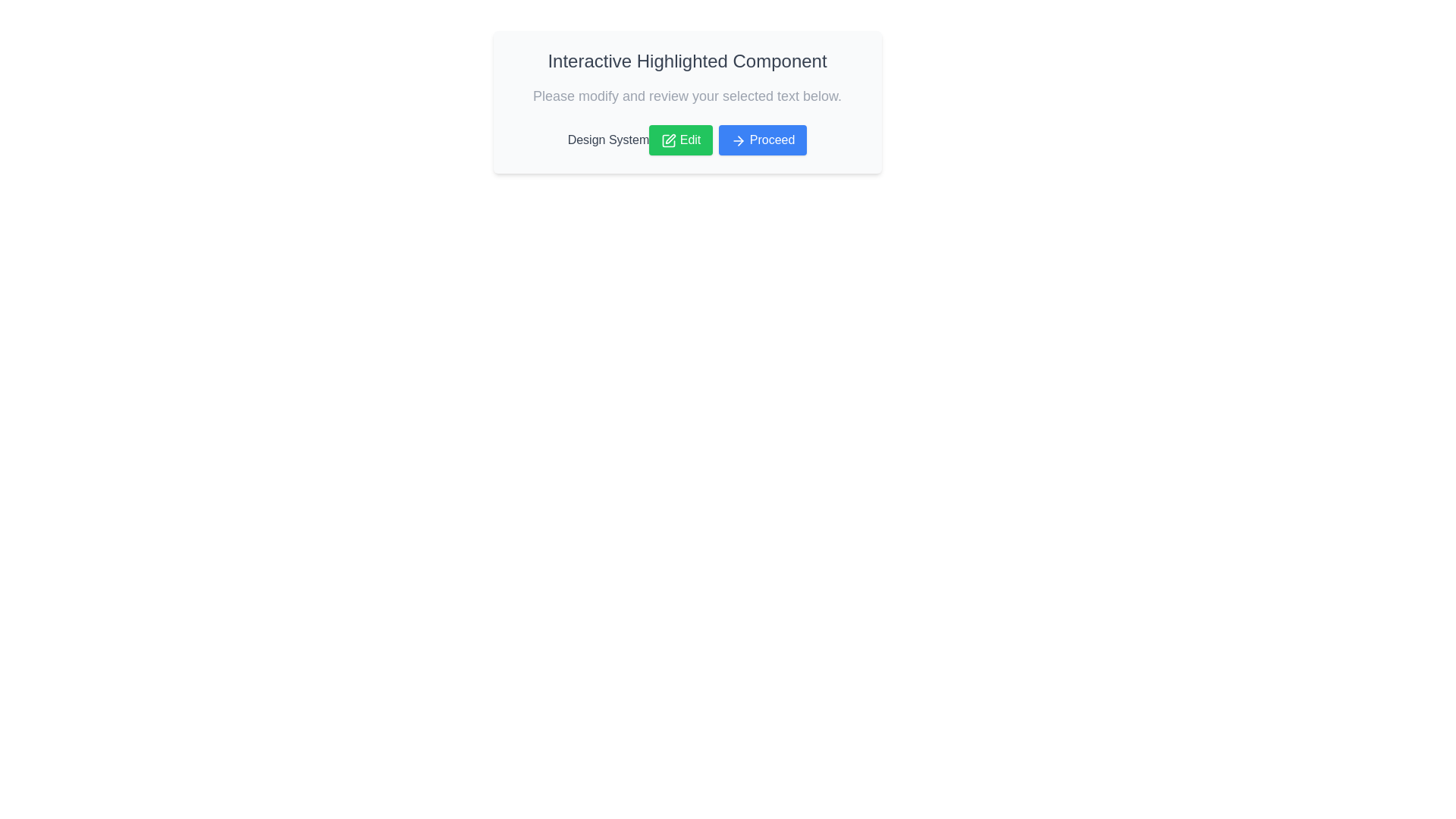 The width and height of the screenshot is (1456, 819). I want to click on the right-facing arrow icon styled with a thin outline on the blue 'Proceed' button, which indicates progression or movement, so click(739, 140).